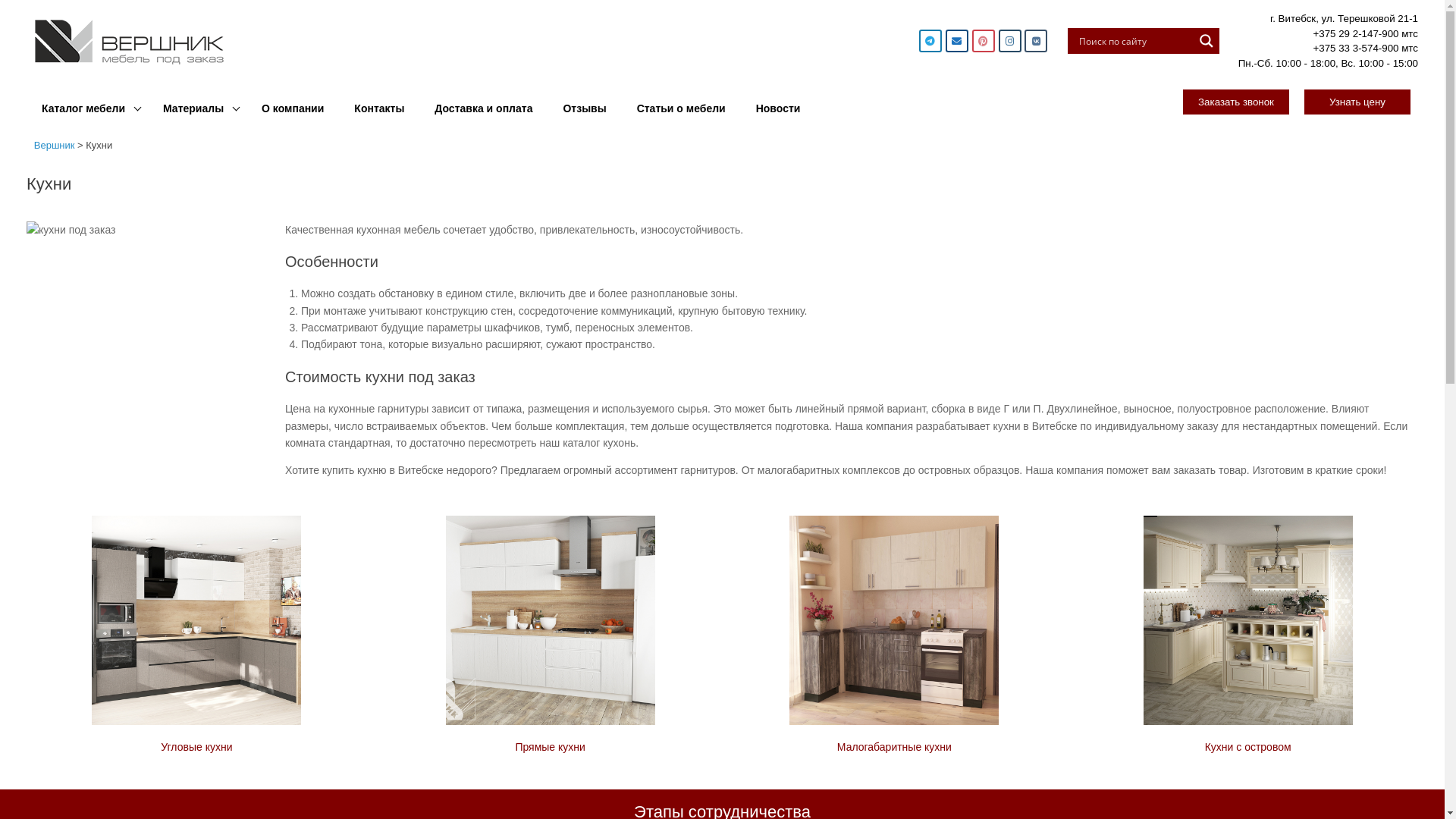 The width and height of the screenshot is (1456, 819). Describe the element at coordinates (1355, 47) in the screenshot. I see `'+375 33 3-574-900'` at that location.